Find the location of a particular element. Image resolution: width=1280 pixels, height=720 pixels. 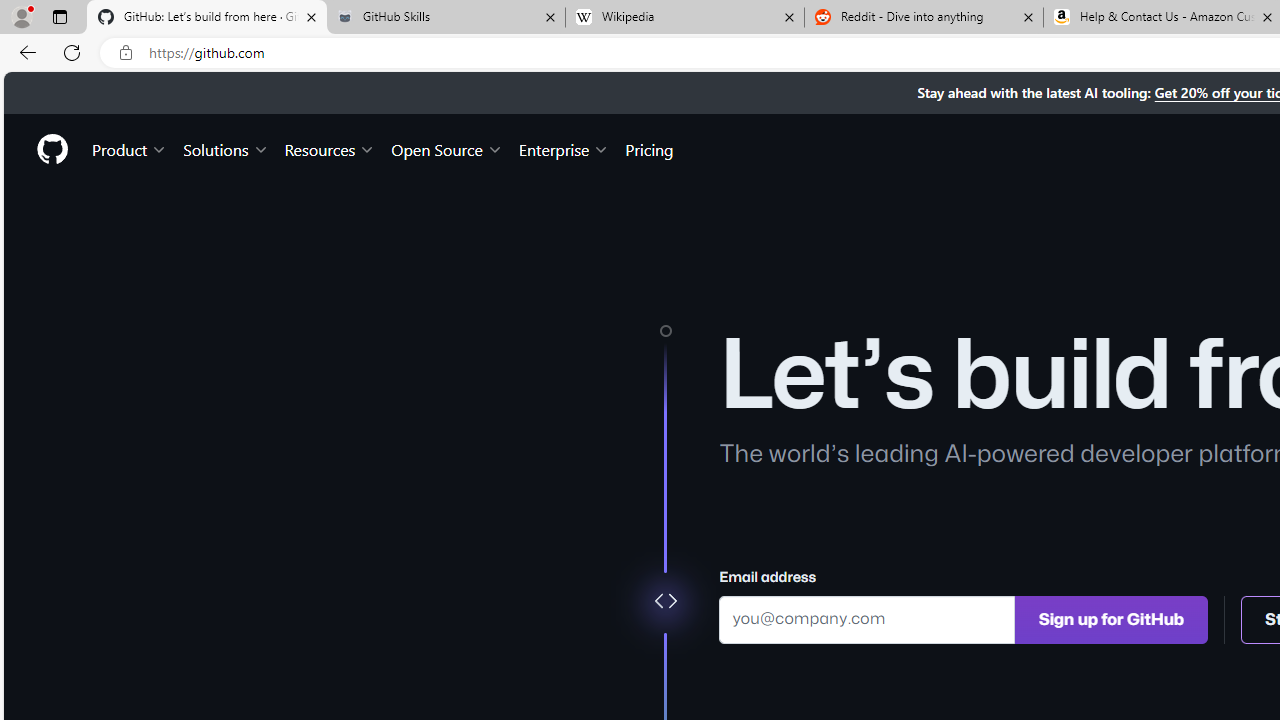

'Reddit - Dive into anything' is located at coordinates (923, 17).